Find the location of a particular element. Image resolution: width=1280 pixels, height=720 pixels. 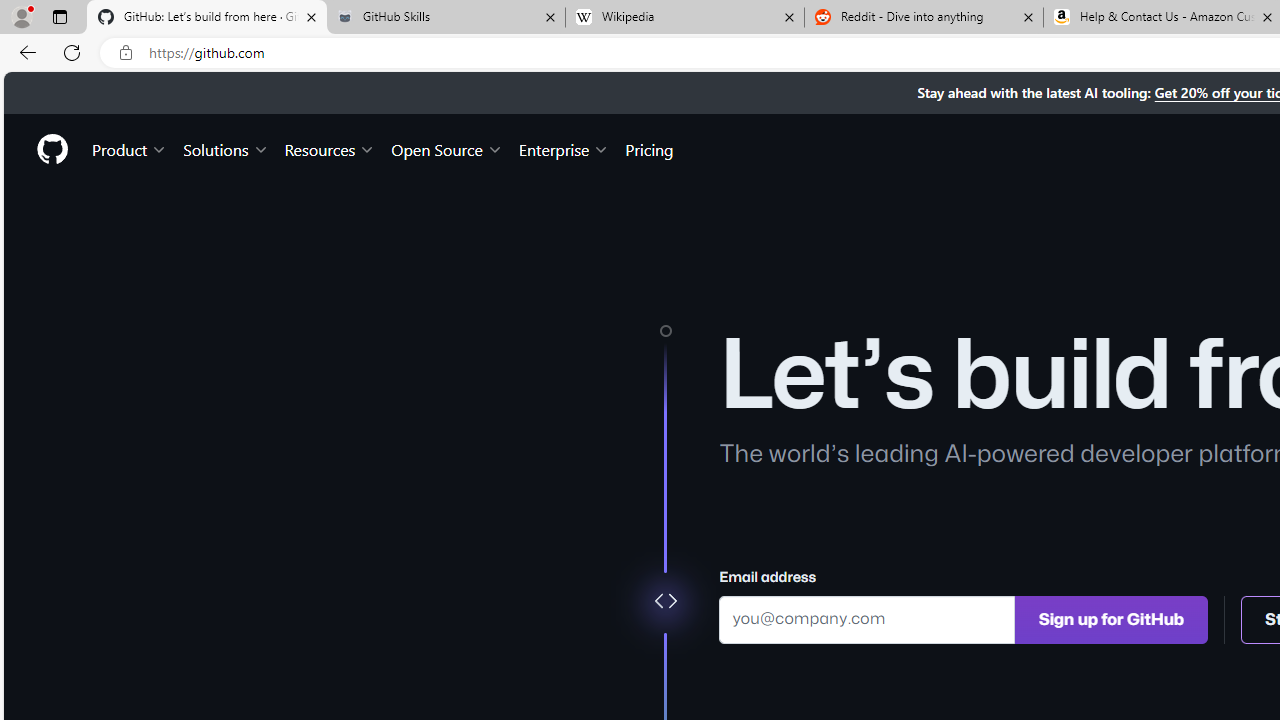

'Reddit - Dive into anything' is located at coordinates (923, 17).